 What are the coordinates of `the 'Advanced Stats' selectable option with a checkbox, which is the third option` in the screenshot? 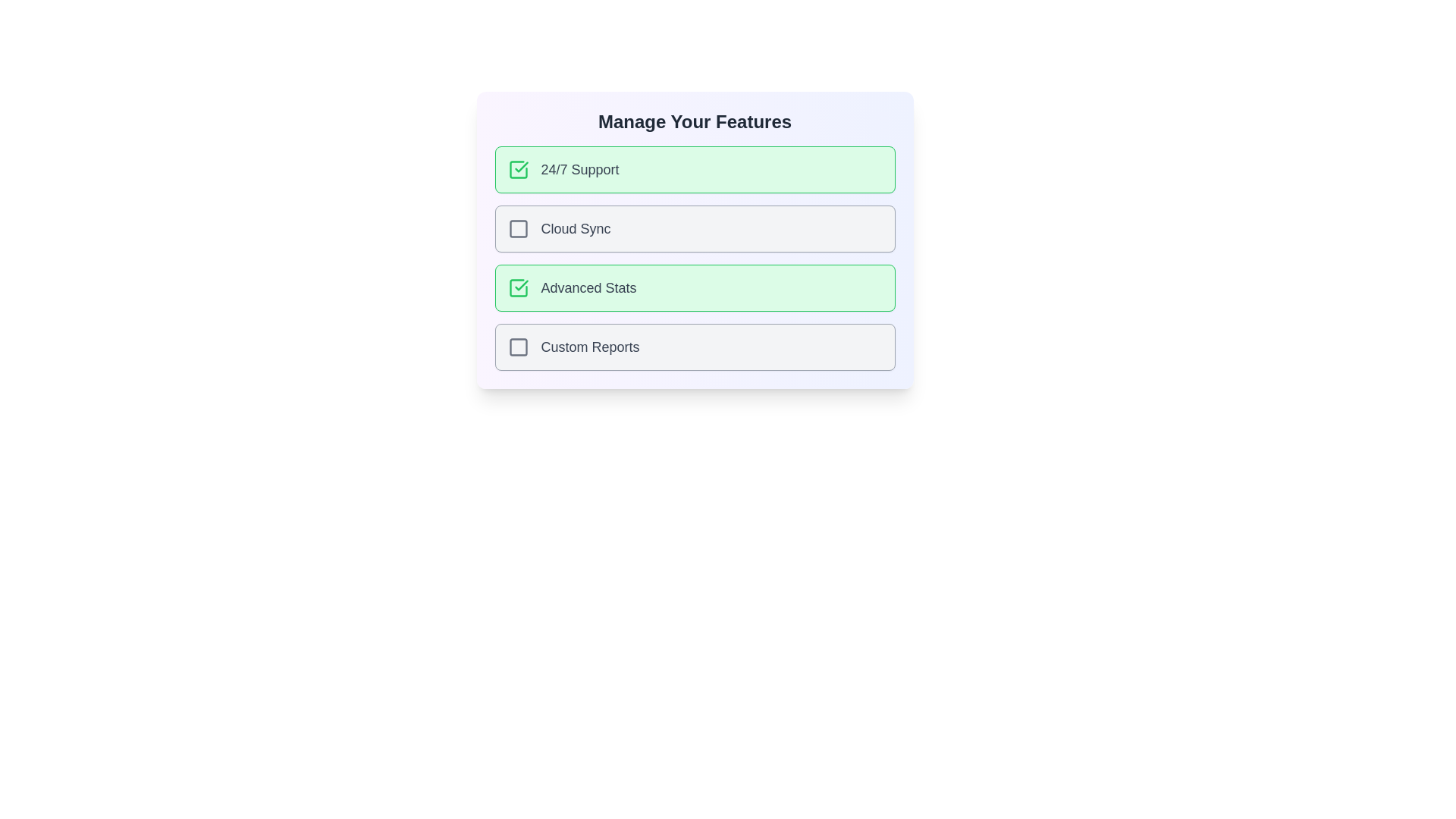 It's located at (694, 288).